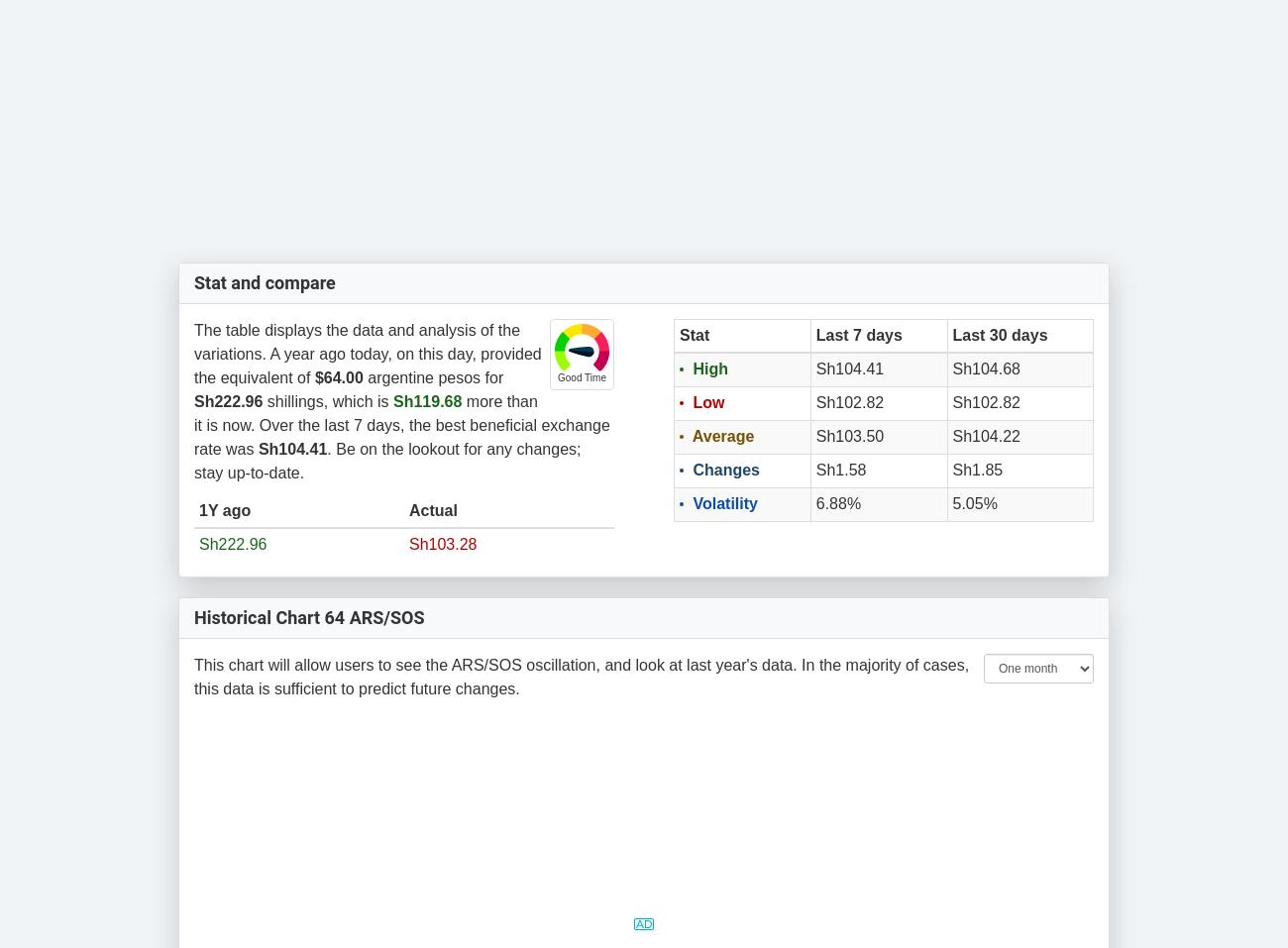 The width and height of the screenshot is (1288, 948). What do you see at coordinates (326, 399) in the screenshot?
I see `'shillings, which is'` at bounding box center [326, 399].